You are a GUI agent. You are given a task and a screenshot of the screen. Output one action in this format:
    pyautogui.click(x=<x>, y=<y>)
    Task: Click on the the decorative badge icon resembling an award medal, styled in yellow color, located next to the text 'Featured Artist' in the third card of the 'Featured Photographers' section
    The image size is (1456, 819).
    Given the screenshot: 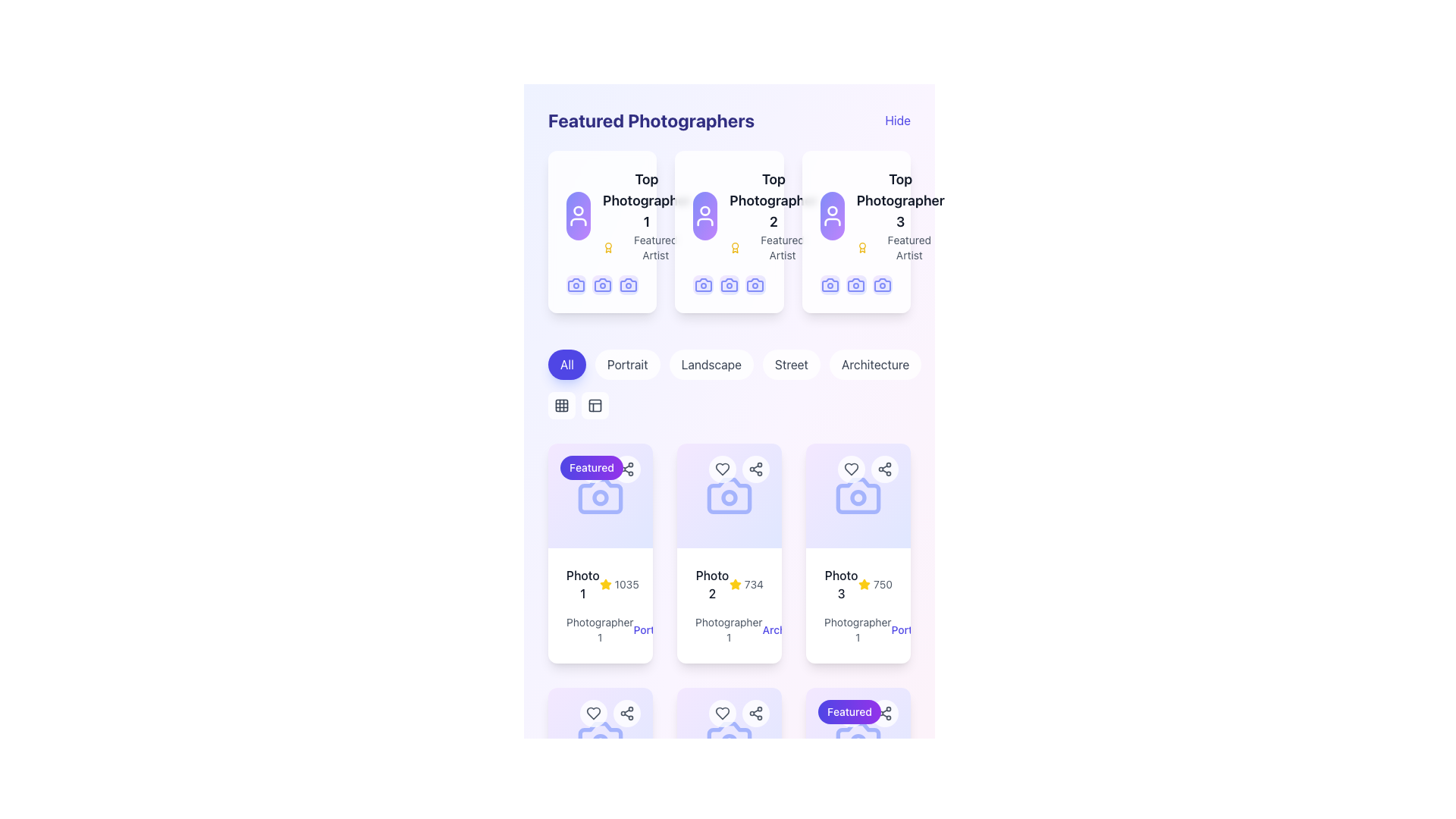 What is the action you would take?
    pyautogui.click(x=862, y=247)
    